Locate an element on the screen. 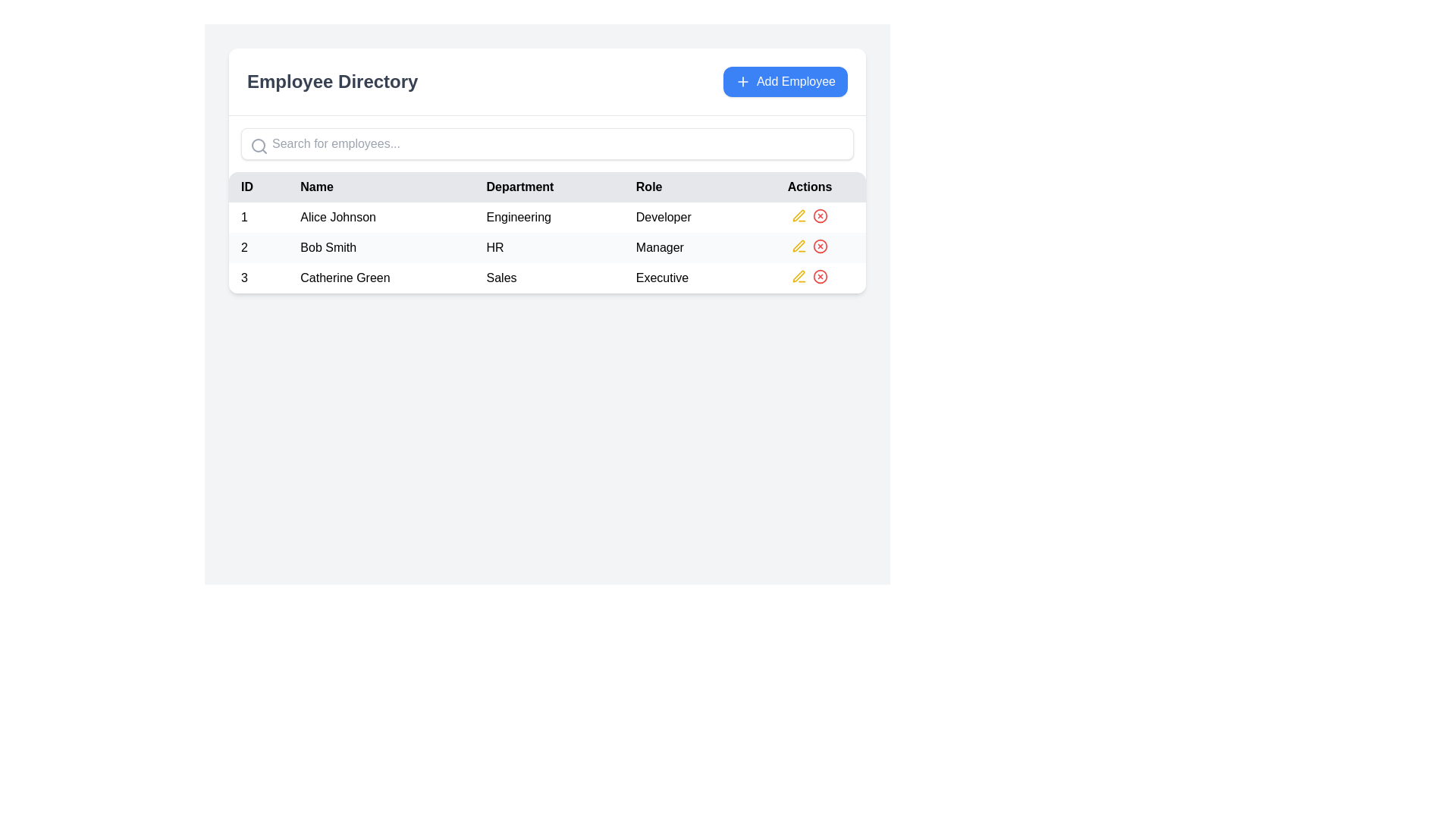 Image resolution: width=1456 pixels, height=819 pixels. the delete icon button located in the 'Actions' column of the third row in the 'Employee Directory' table to possibly reveal additional information is located at coordinates (819, 277).